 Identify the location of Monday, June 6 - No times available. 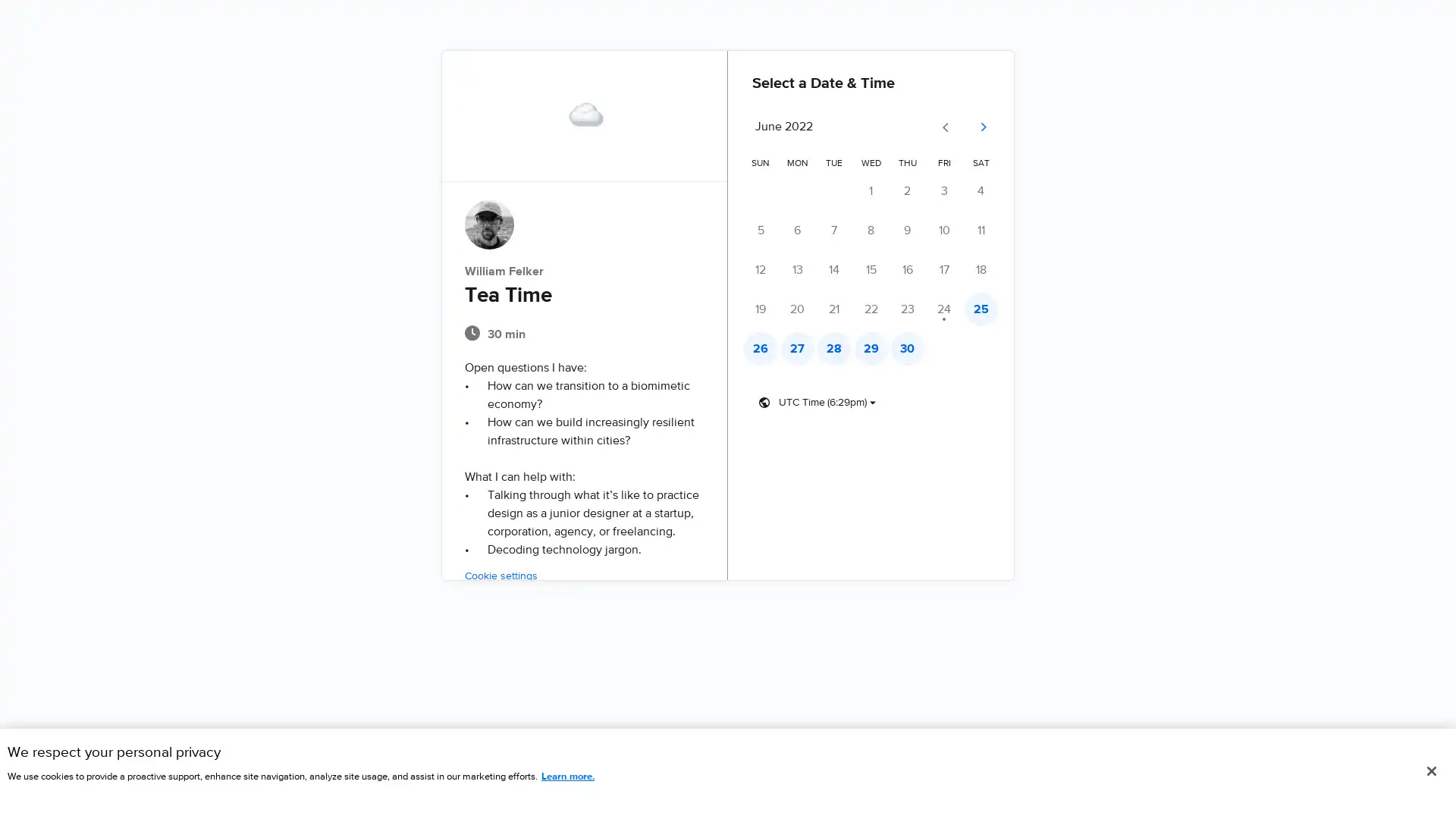
(800, 231).